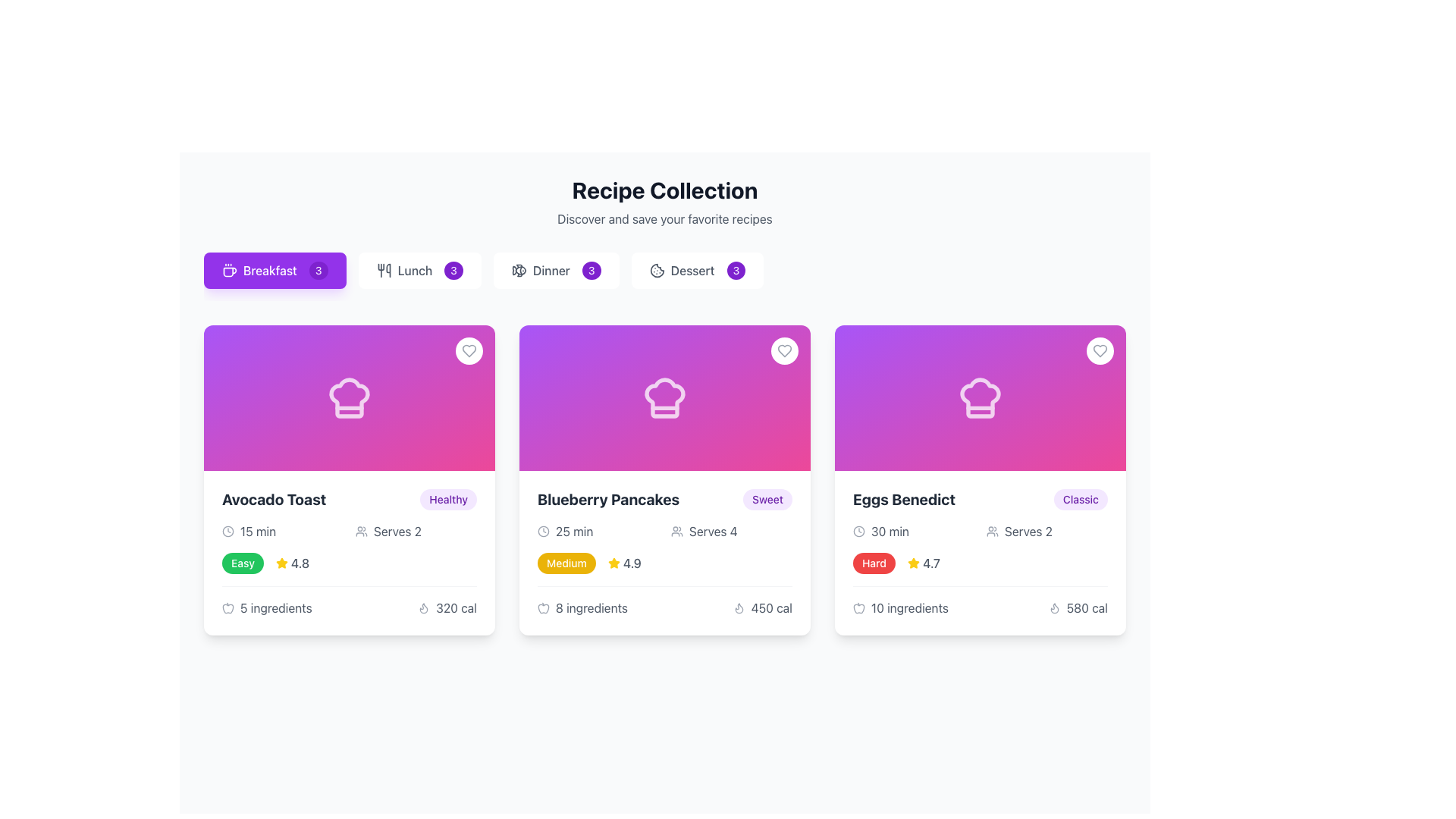 Image resolution: width=1456 pixels, height=819 pixels. Describe the element at coordinates (1028, 531) in the screenshot. I see `the static text label indicating the number of servings for the 'Eggs Benedict' recipe, located to the right of the servings icon at the bottom of the card` at that location.